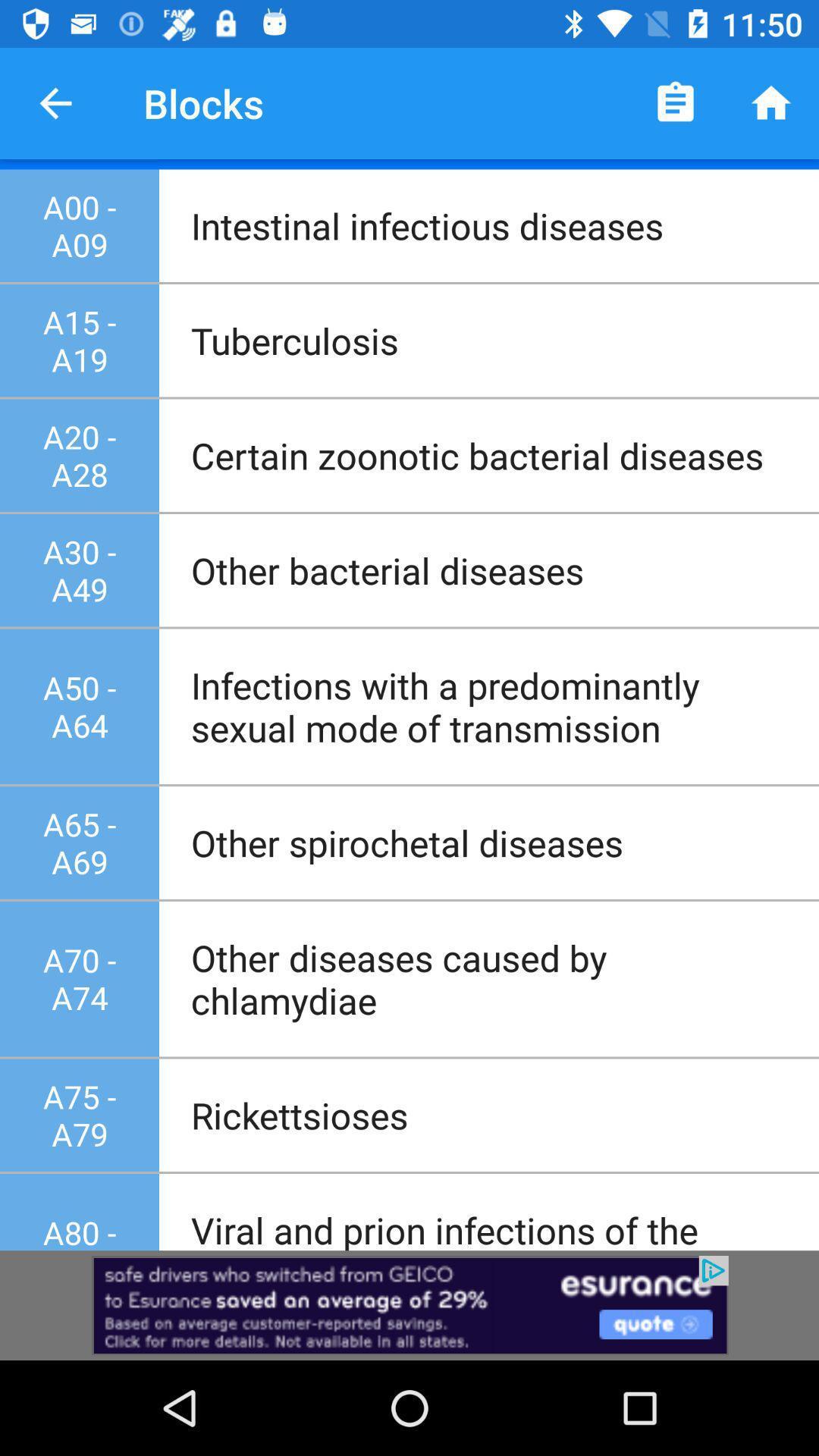  What do you see at coordinates (409, 1304) in the screenshot?
I see `advertisement page` at bounding box center [409, 1304].